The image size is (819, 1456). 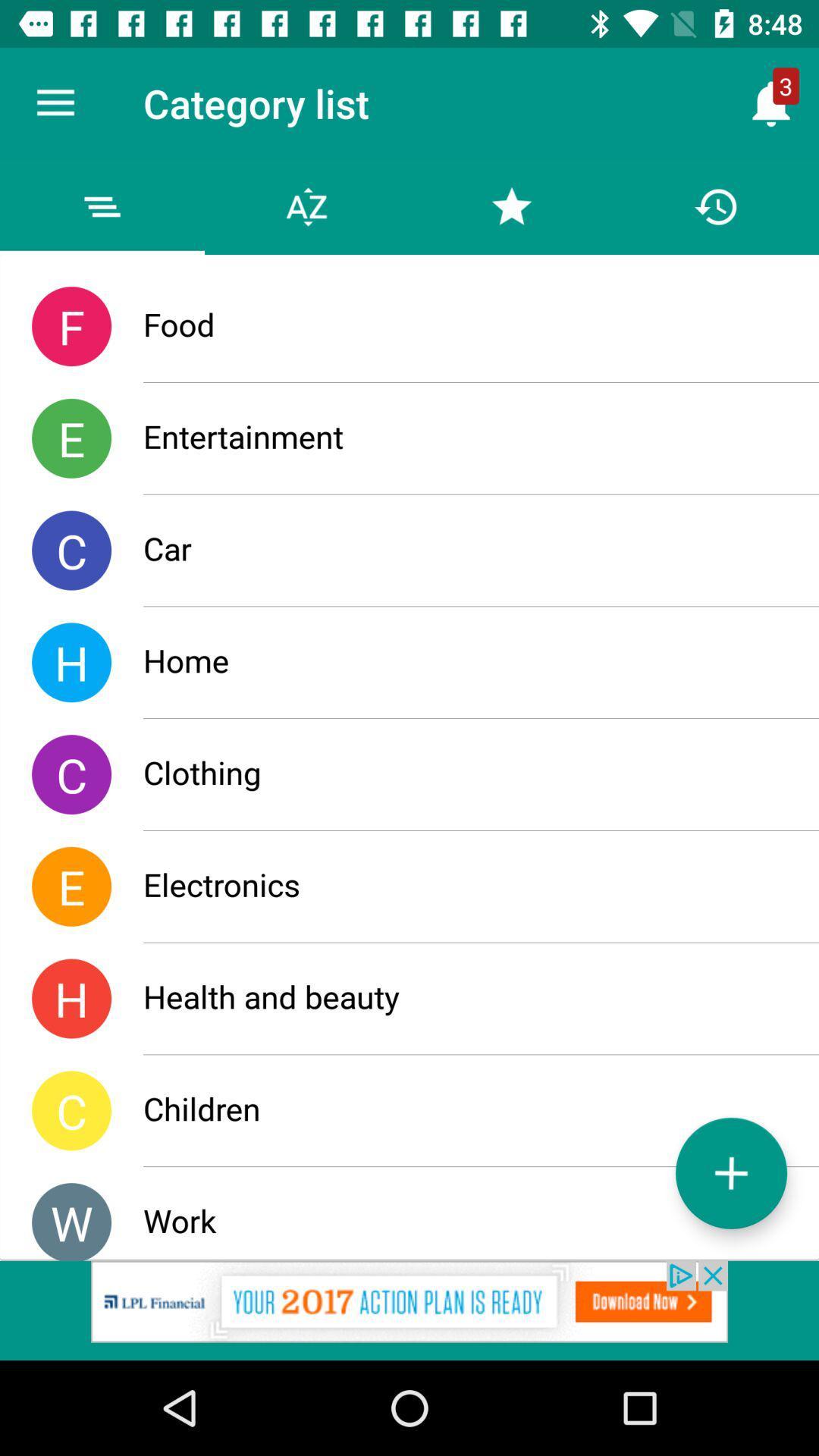 I want to click on open advertisement, so click(x=409, y=1310).